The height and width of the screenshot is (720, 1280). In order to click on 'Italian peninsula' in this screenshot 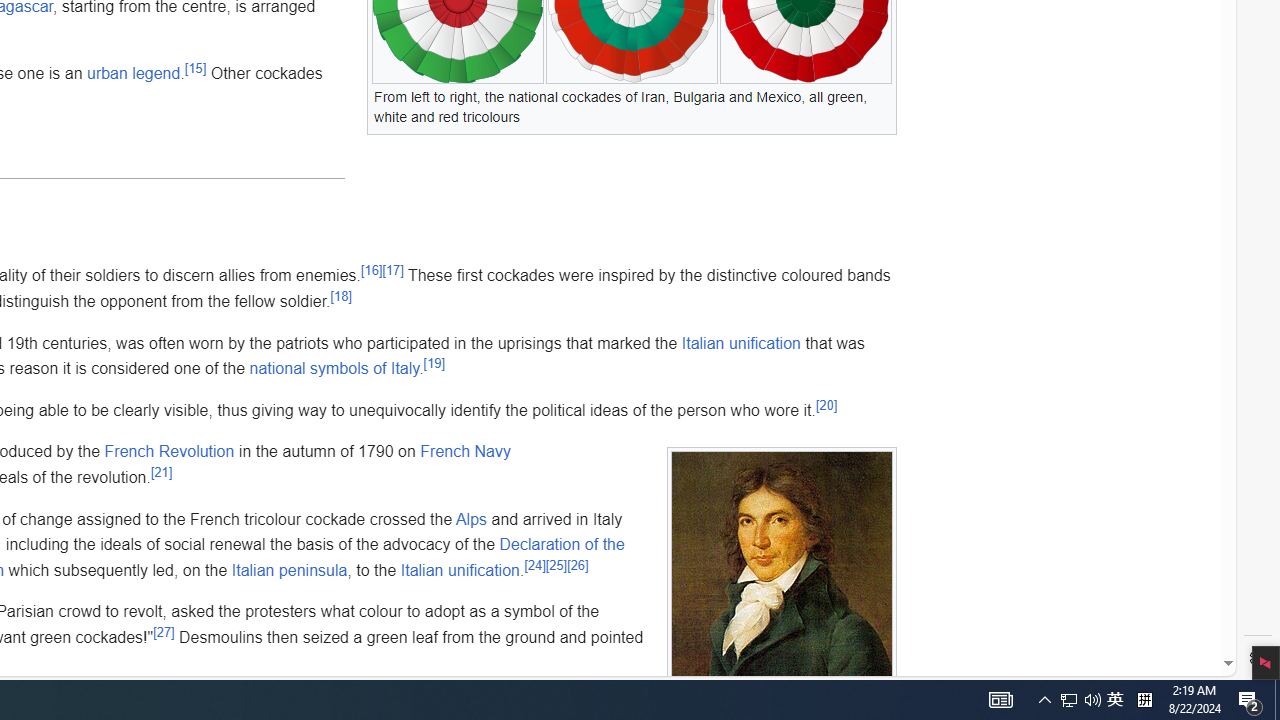, I will do `click(288, 569)`.